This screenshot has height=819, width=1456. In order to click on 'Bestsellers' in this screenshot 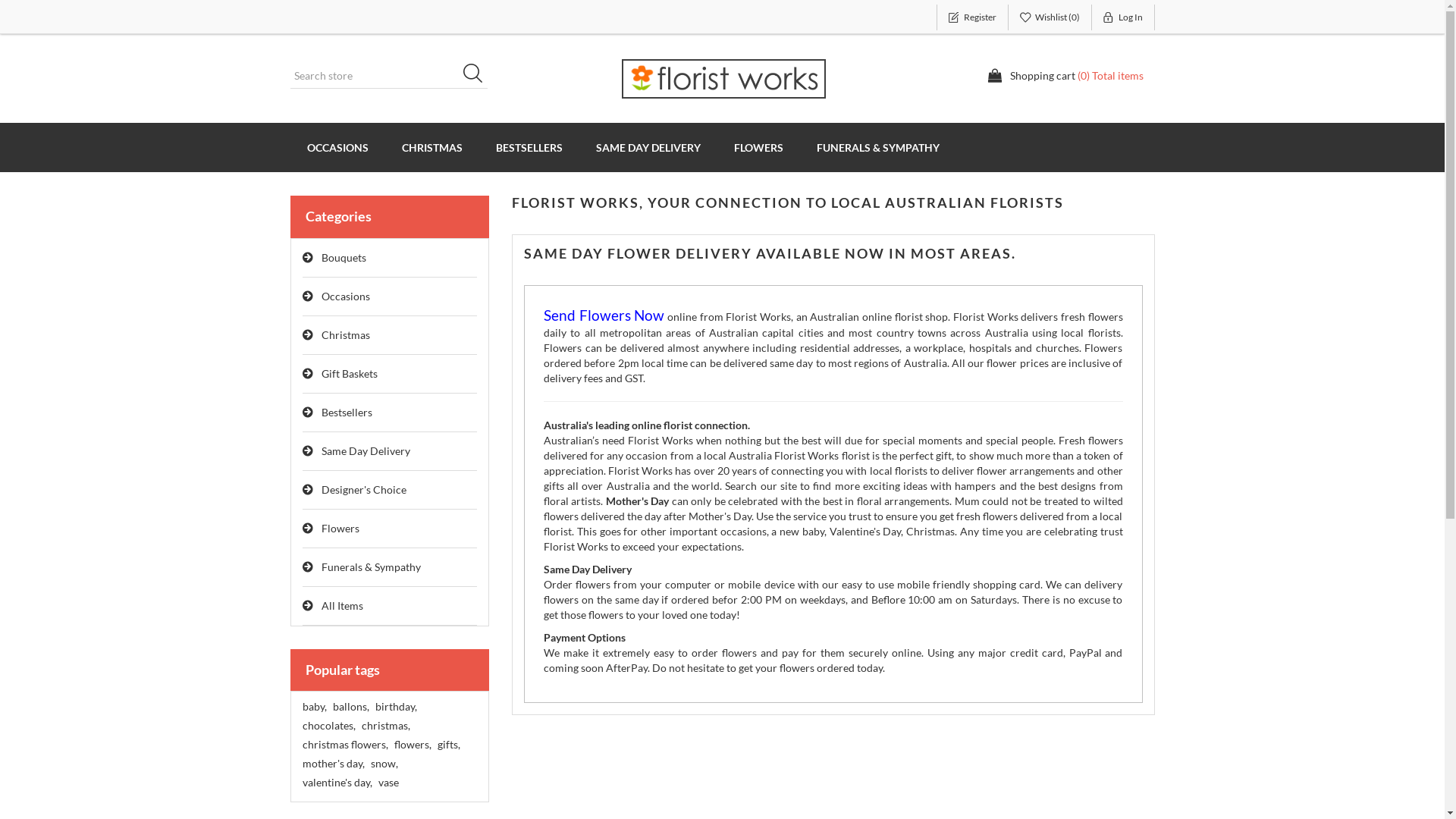, I will do `click(389, 413)`.